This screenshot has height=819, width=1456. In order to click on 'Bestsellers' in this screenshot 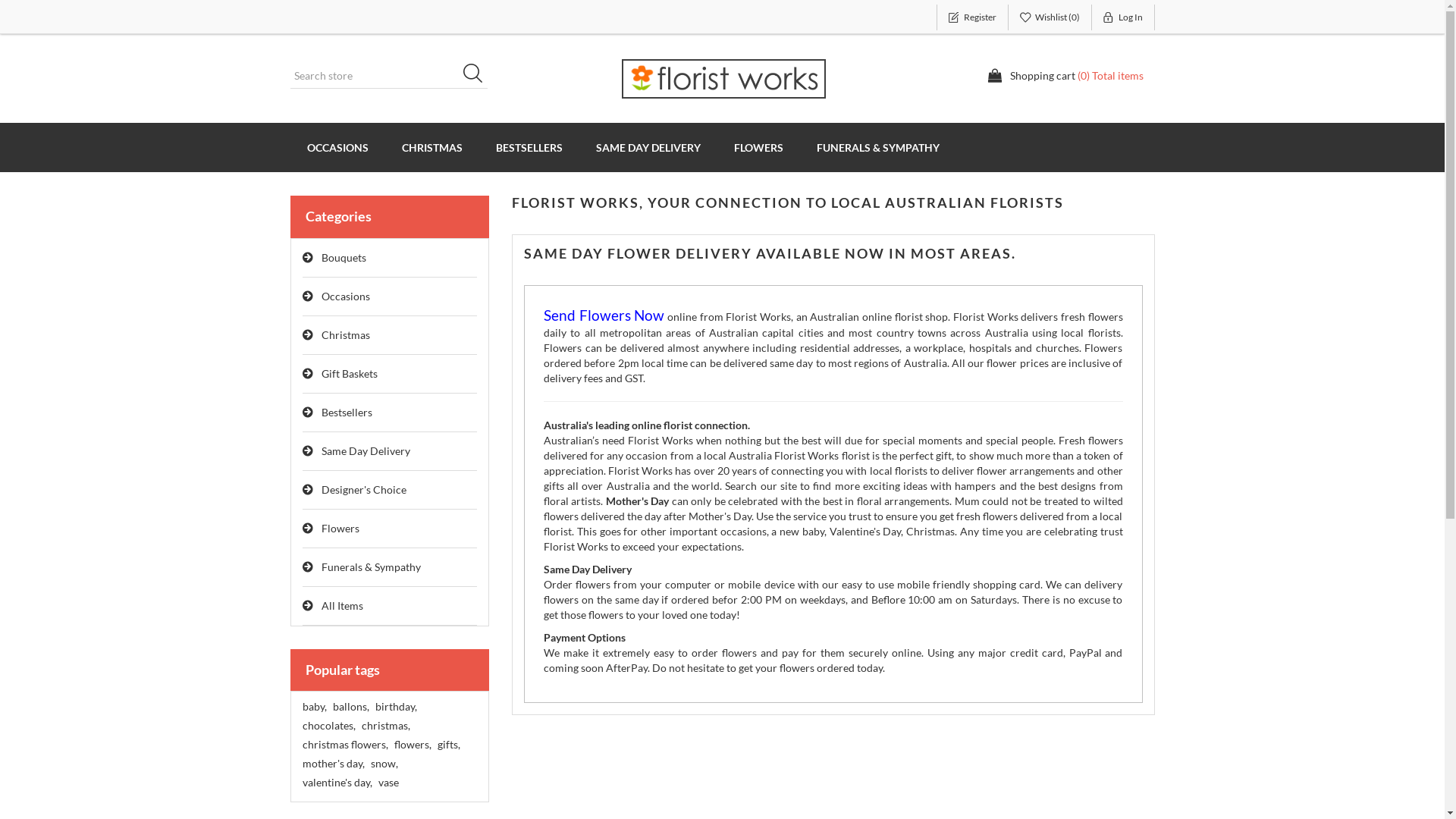, I will do `click(389, 413)`.